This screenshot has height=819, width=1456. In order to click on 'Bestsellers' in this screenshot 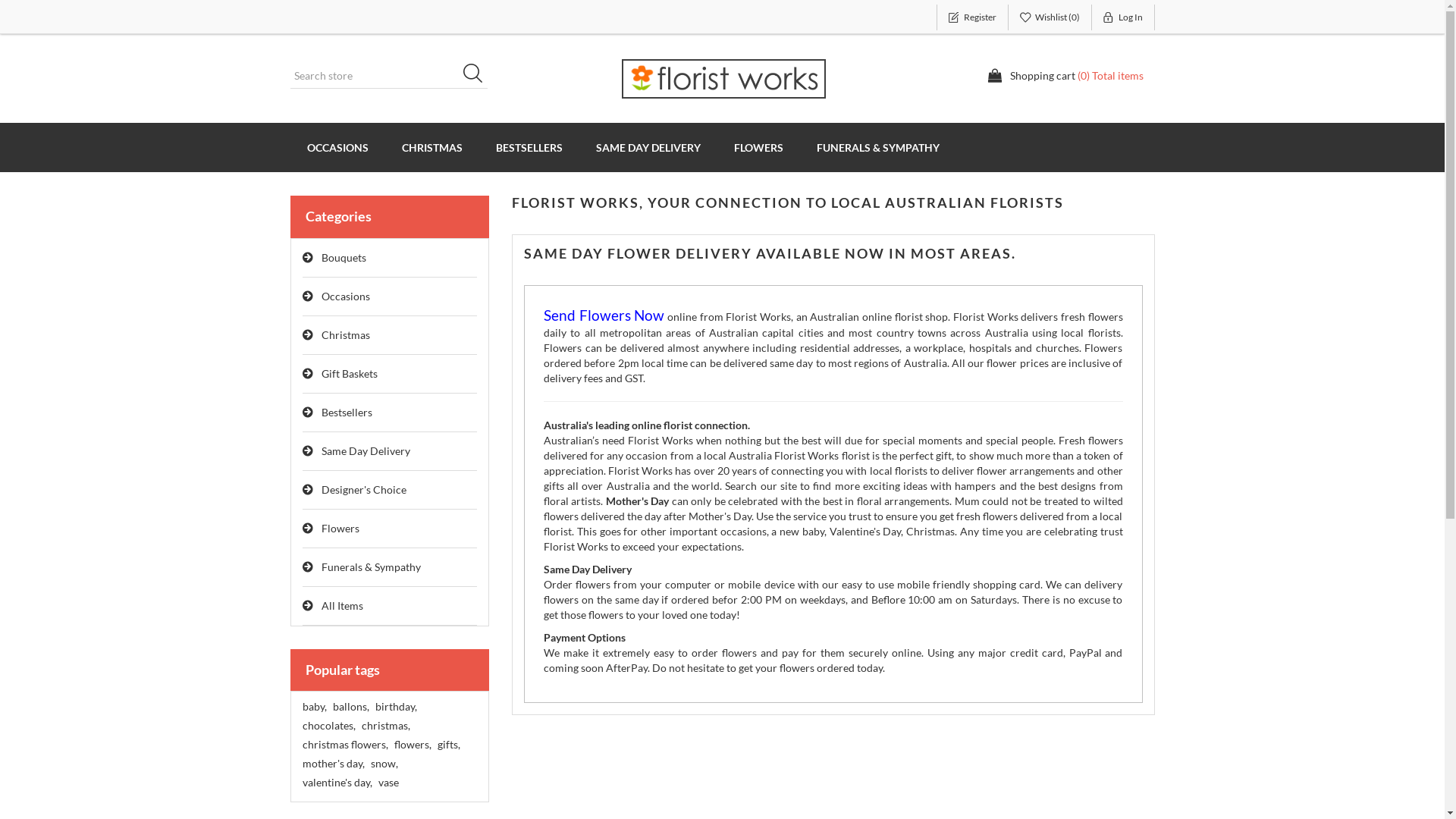, I will do `click(389, 413)`.